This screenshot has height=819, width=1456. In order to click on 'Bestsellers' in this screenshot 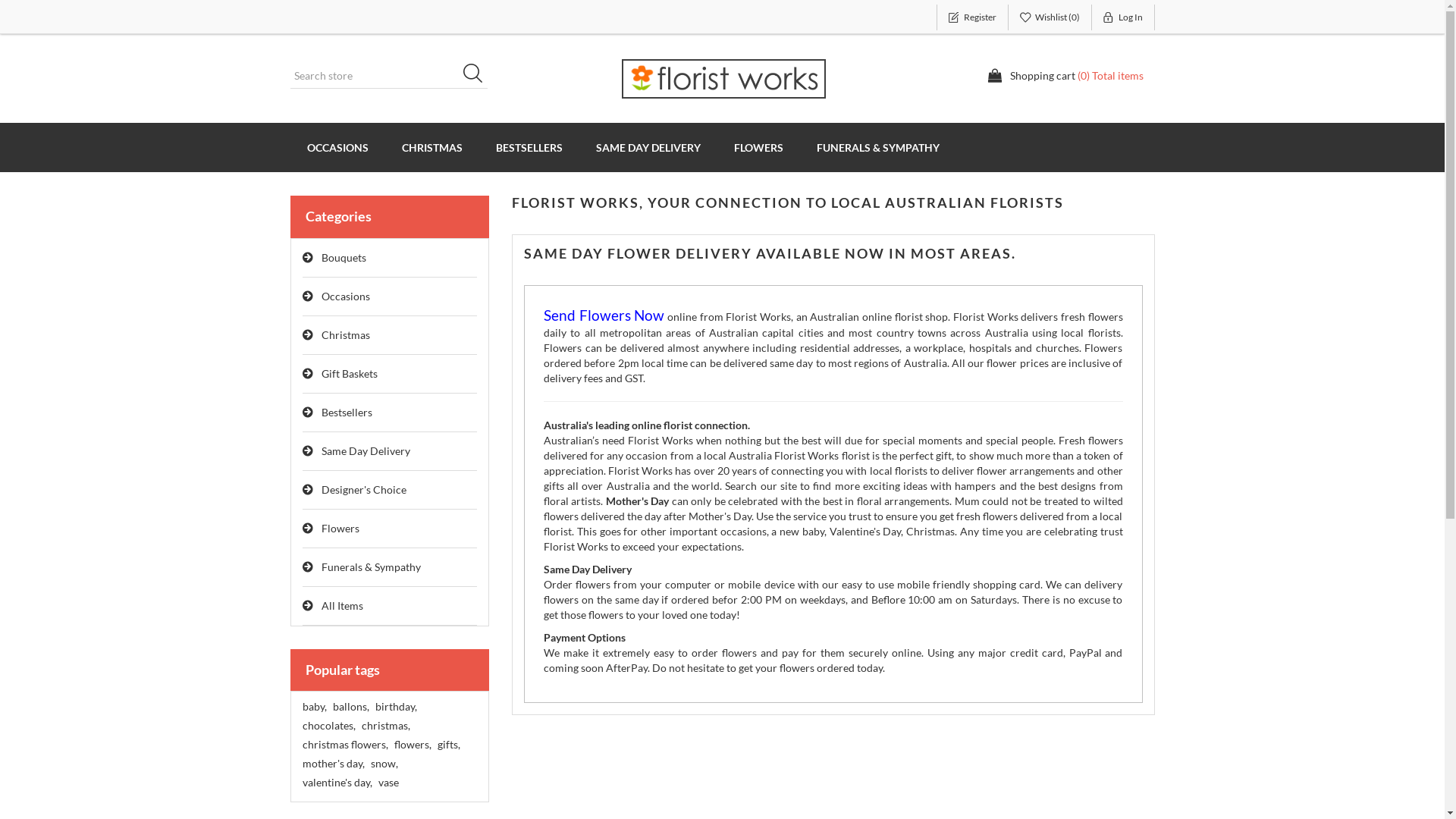, I will do `click(389, 413)`.